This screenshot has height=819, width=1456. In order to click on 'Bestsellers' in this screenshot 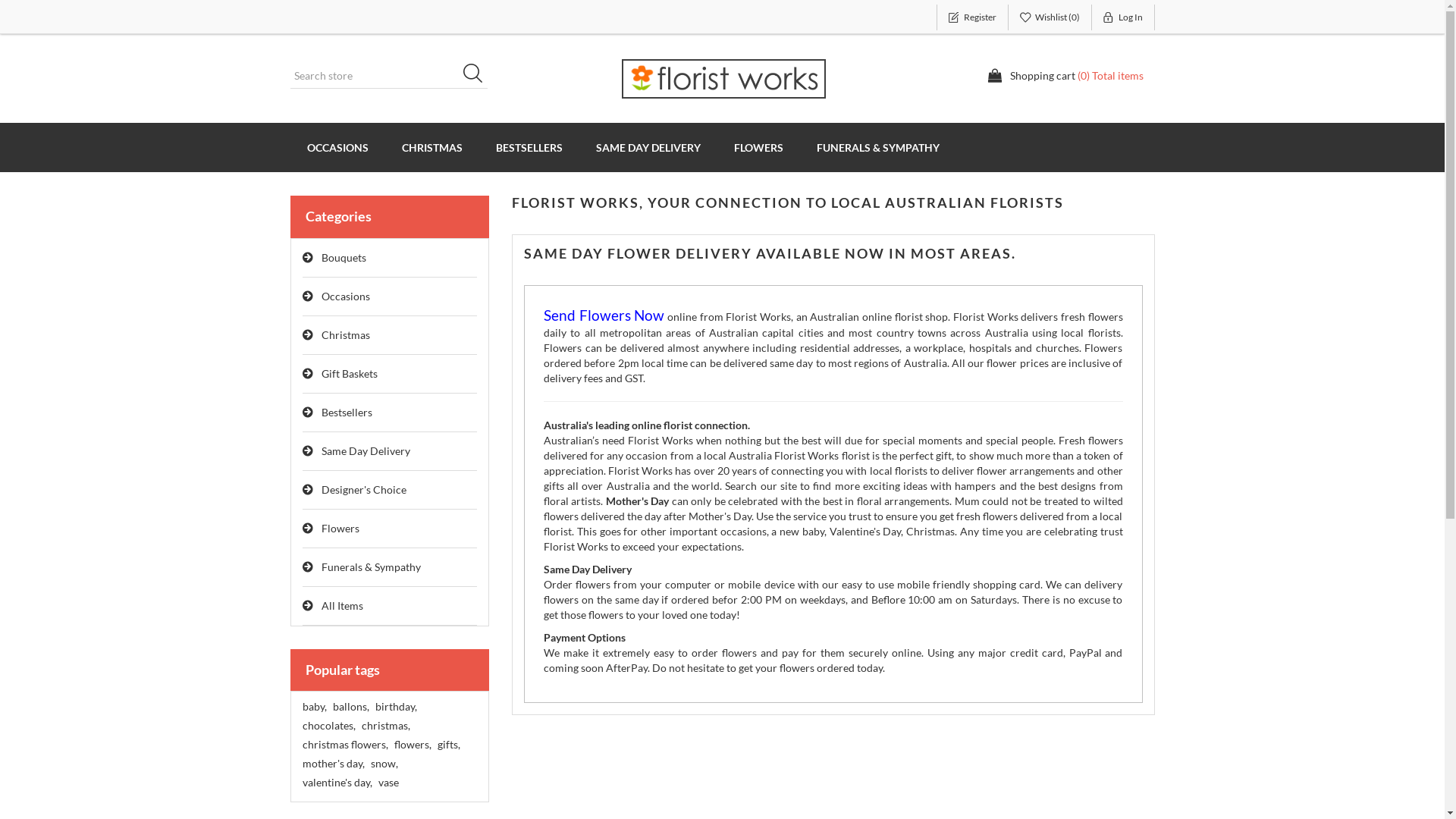, I will do `click(389, 413)`.